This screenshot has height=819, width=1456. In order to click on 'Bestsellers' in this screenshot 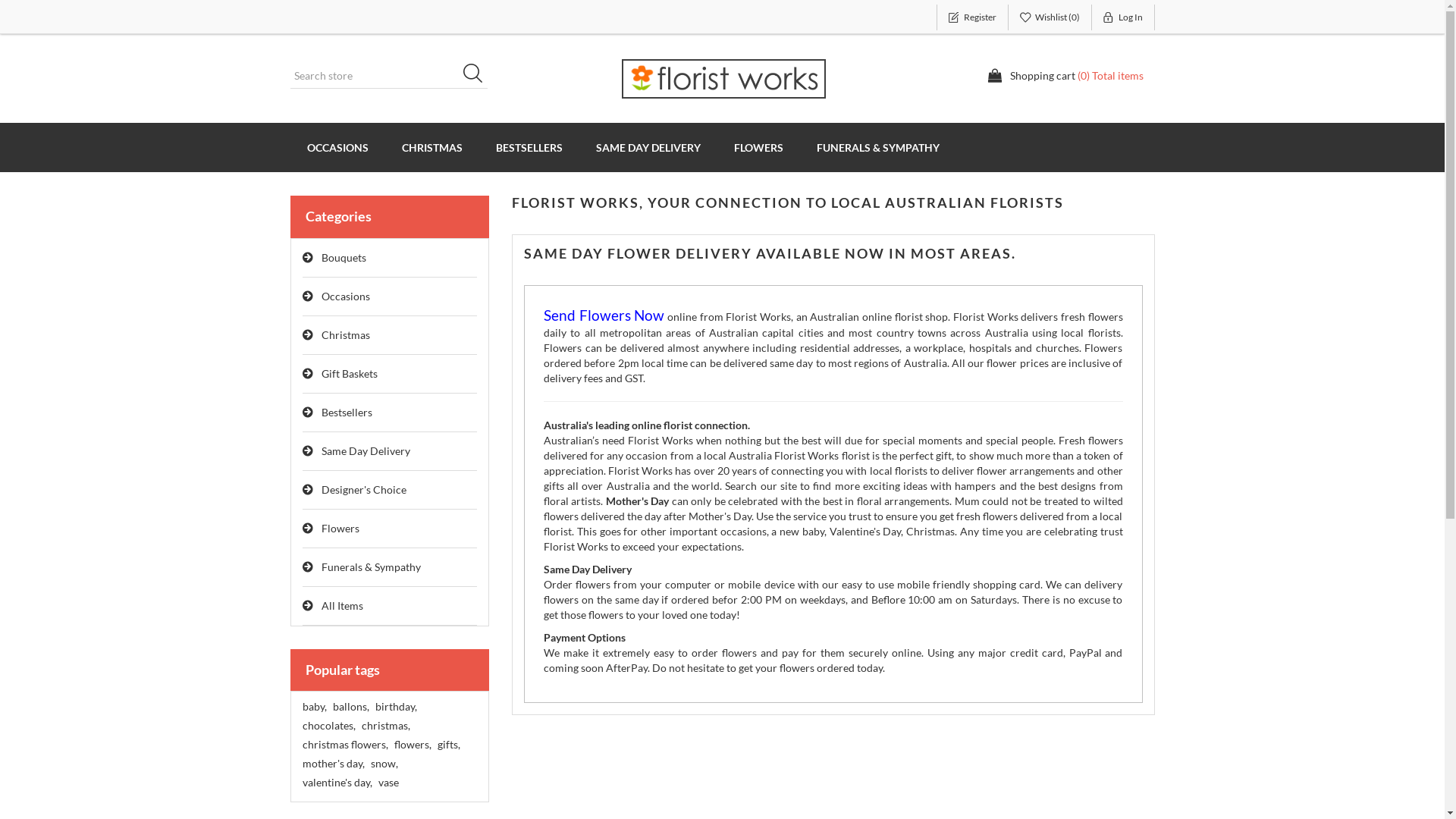, I will do `click(389, 413)`.